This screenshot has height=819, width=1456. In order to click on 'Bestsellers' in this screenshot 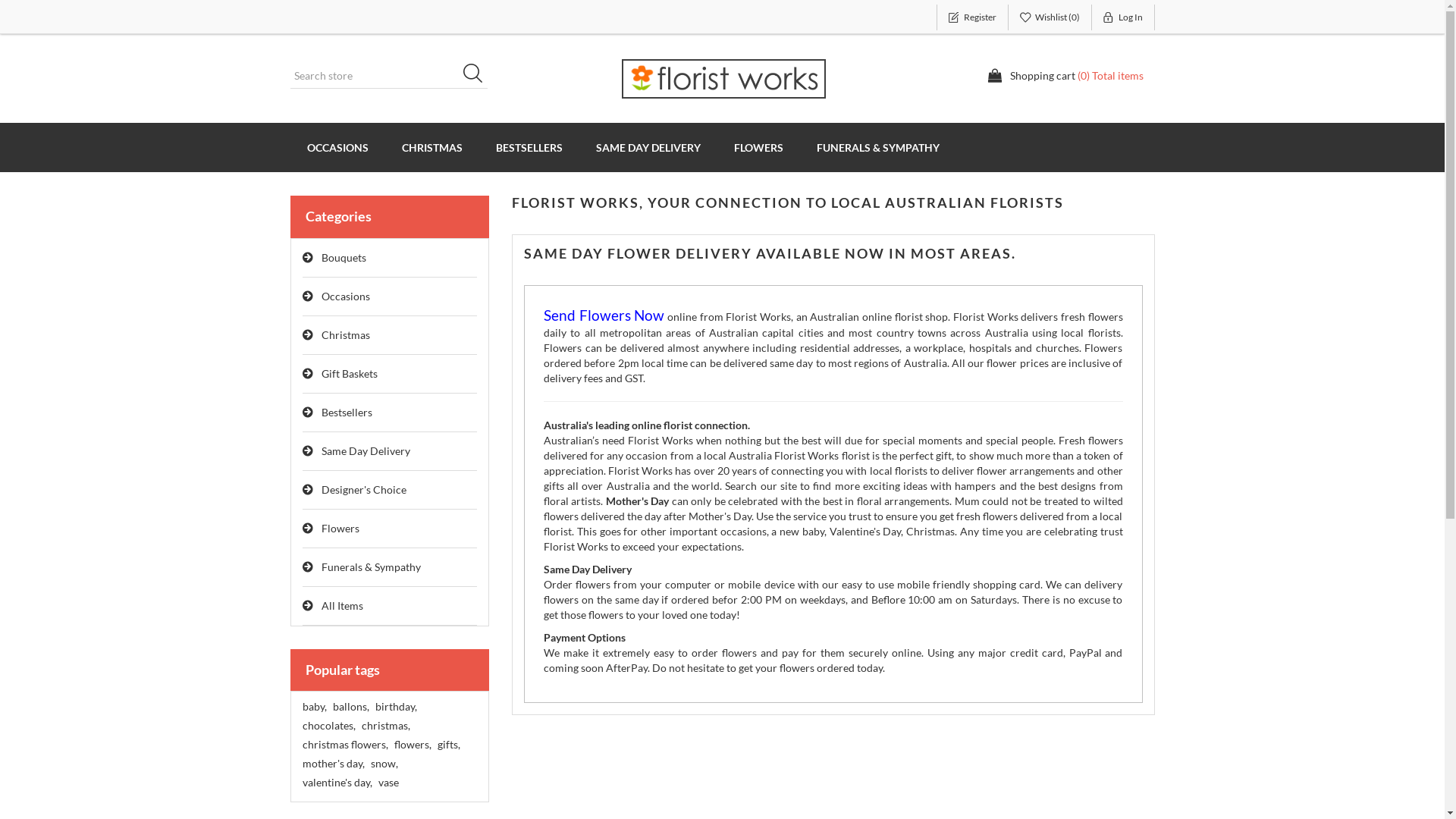, I will do `click(389, 413)`.